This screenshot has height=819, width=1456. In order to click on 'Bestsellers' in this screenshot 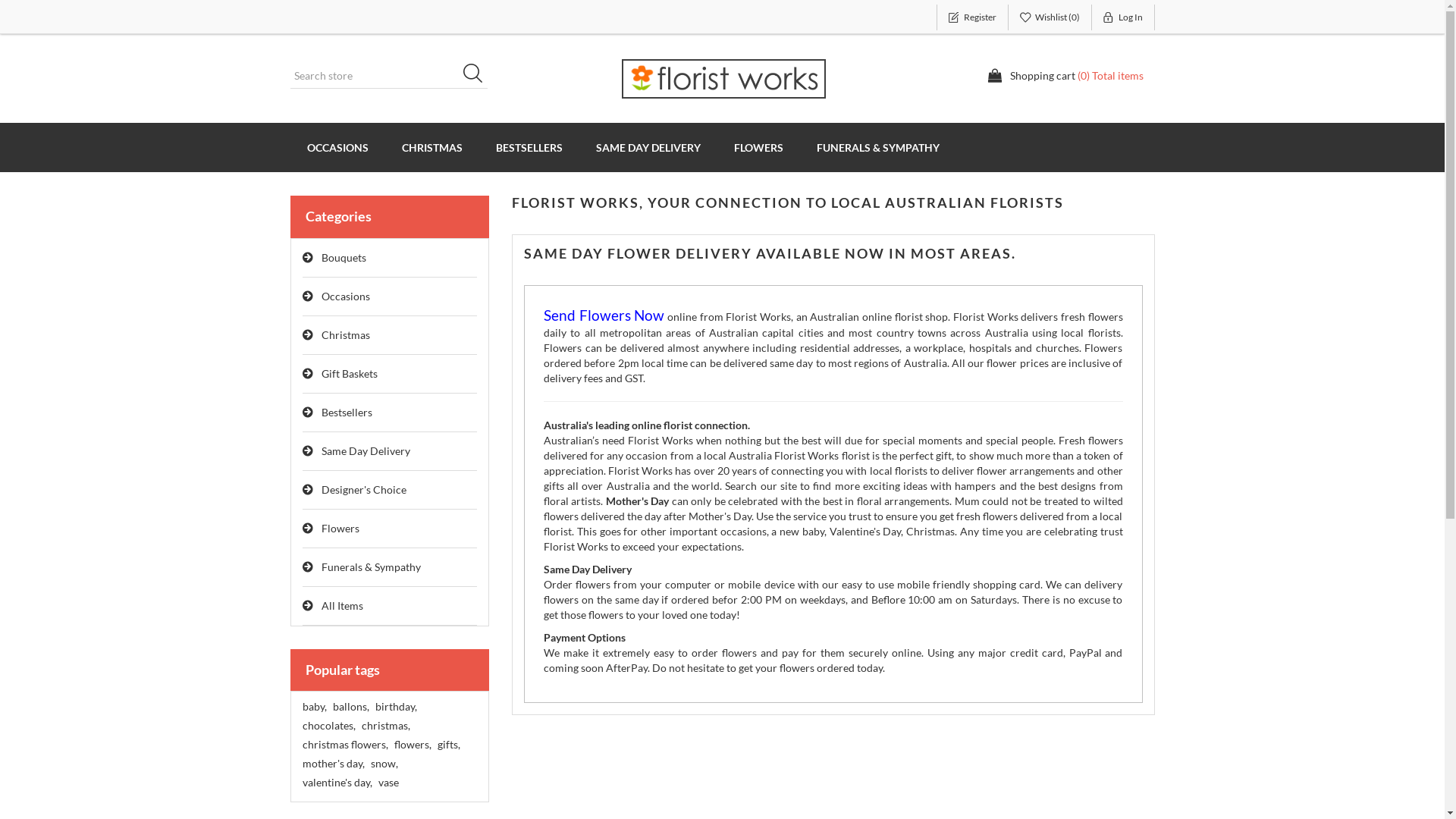, I will do `click(389, 413)`.